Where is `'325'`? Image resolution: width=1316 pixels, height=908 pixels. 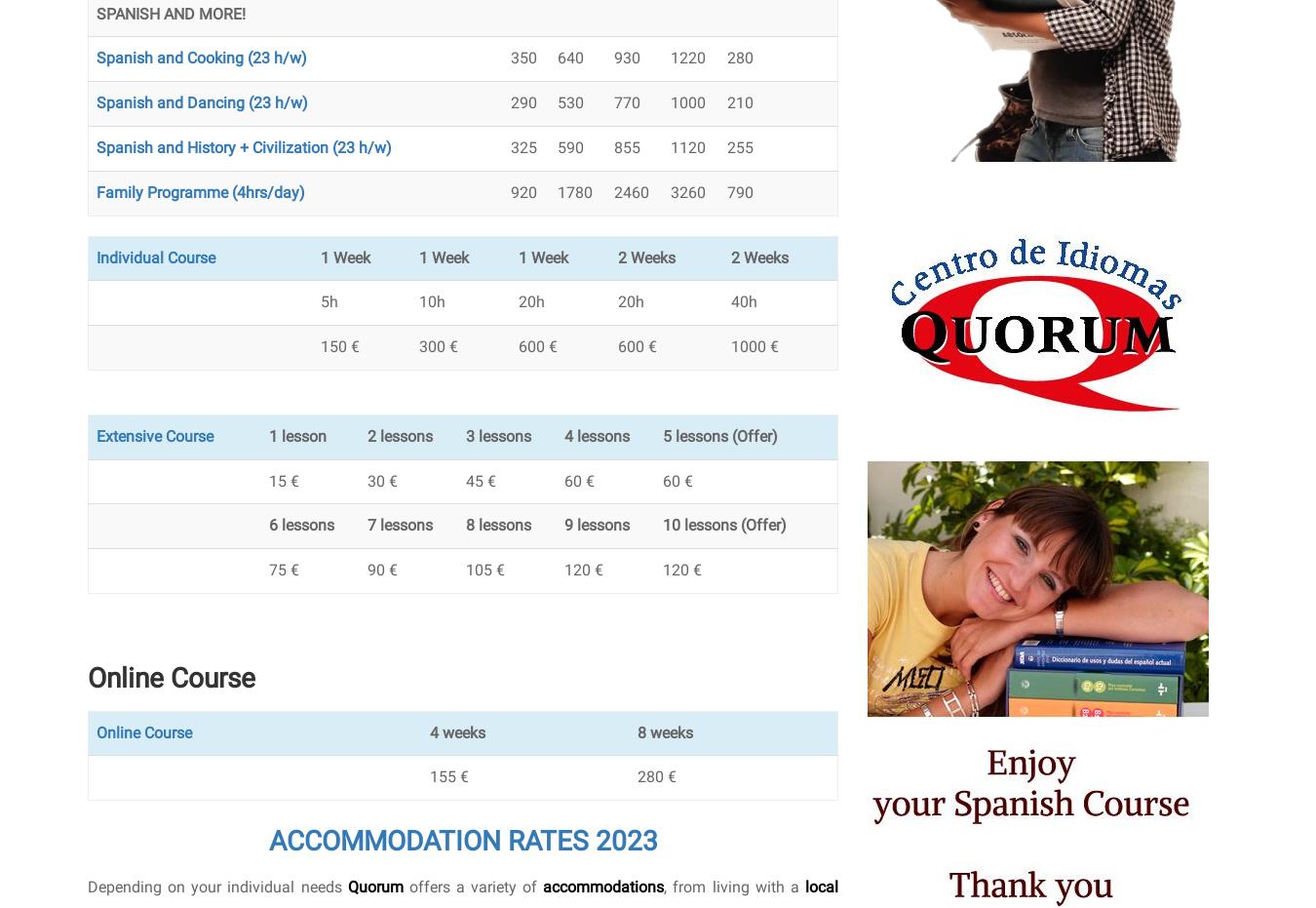 '325' is located at coordinates (508, 145).